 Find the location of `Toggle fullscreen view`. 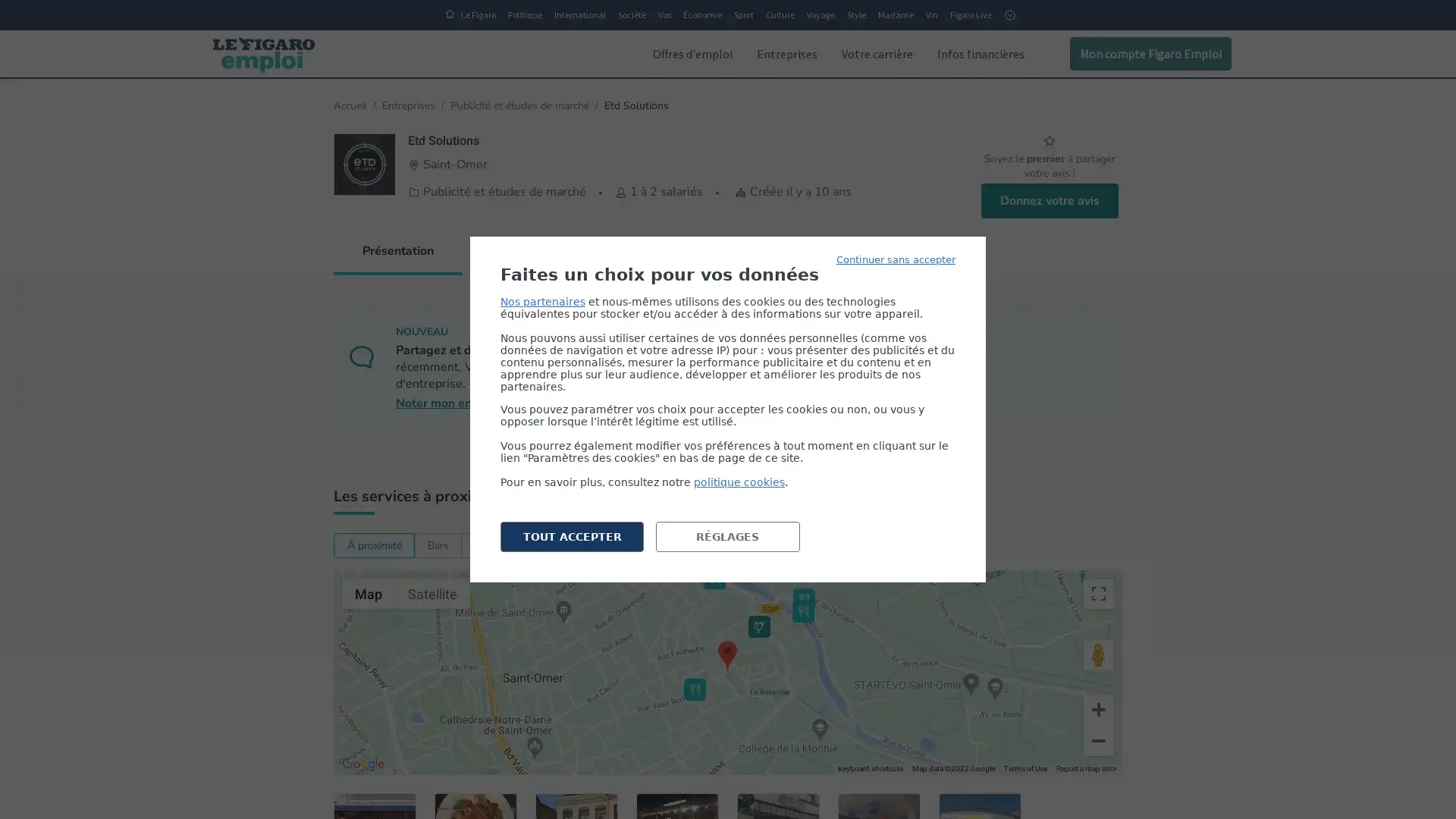

Toggle fullscreen view is located at coordinates (1099, 593).